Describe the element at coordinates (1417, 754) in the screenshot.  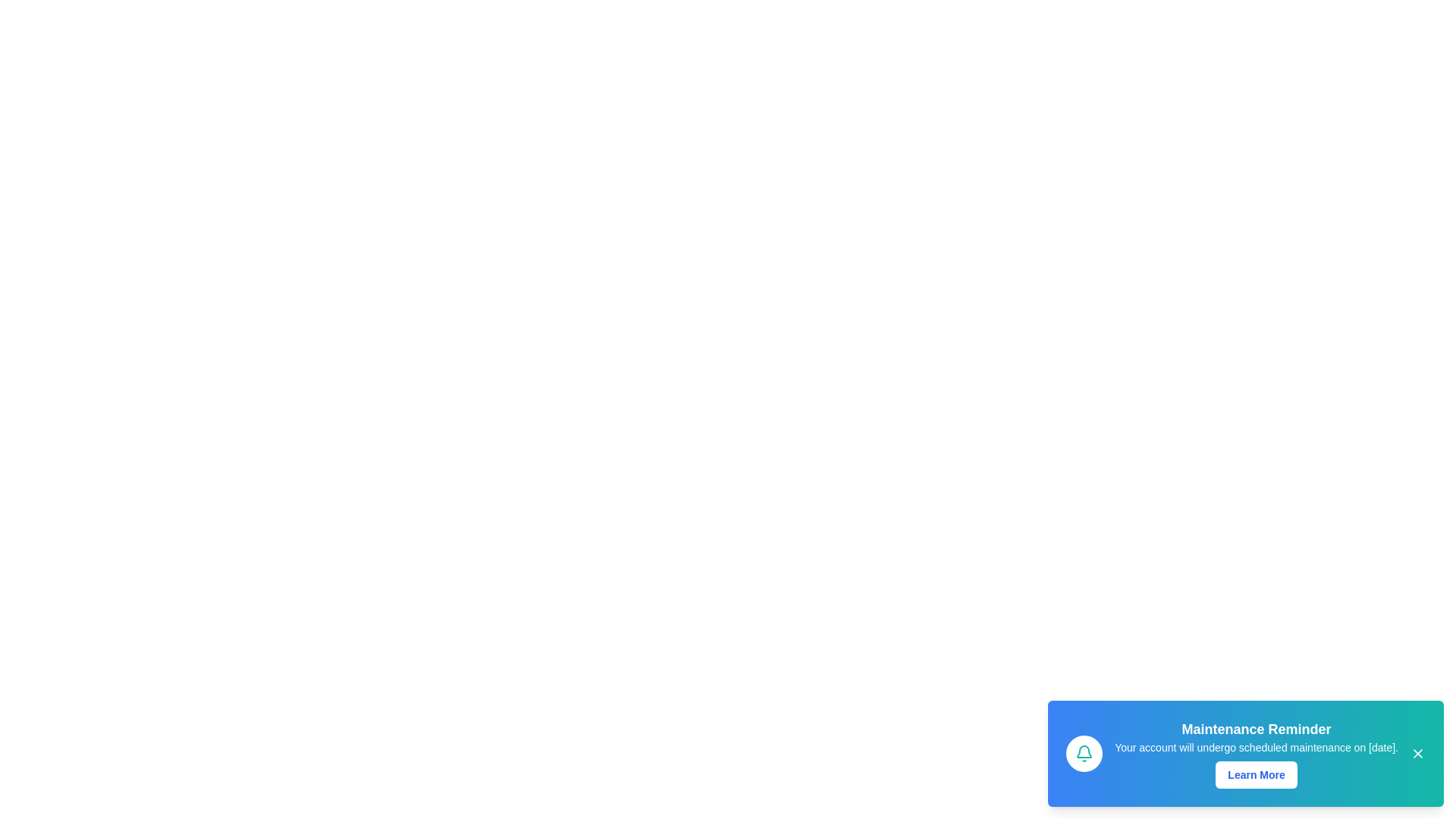
I see `the graphical close icon represented by an 'X' shape in the bottom right corner of the notification box` at that location.